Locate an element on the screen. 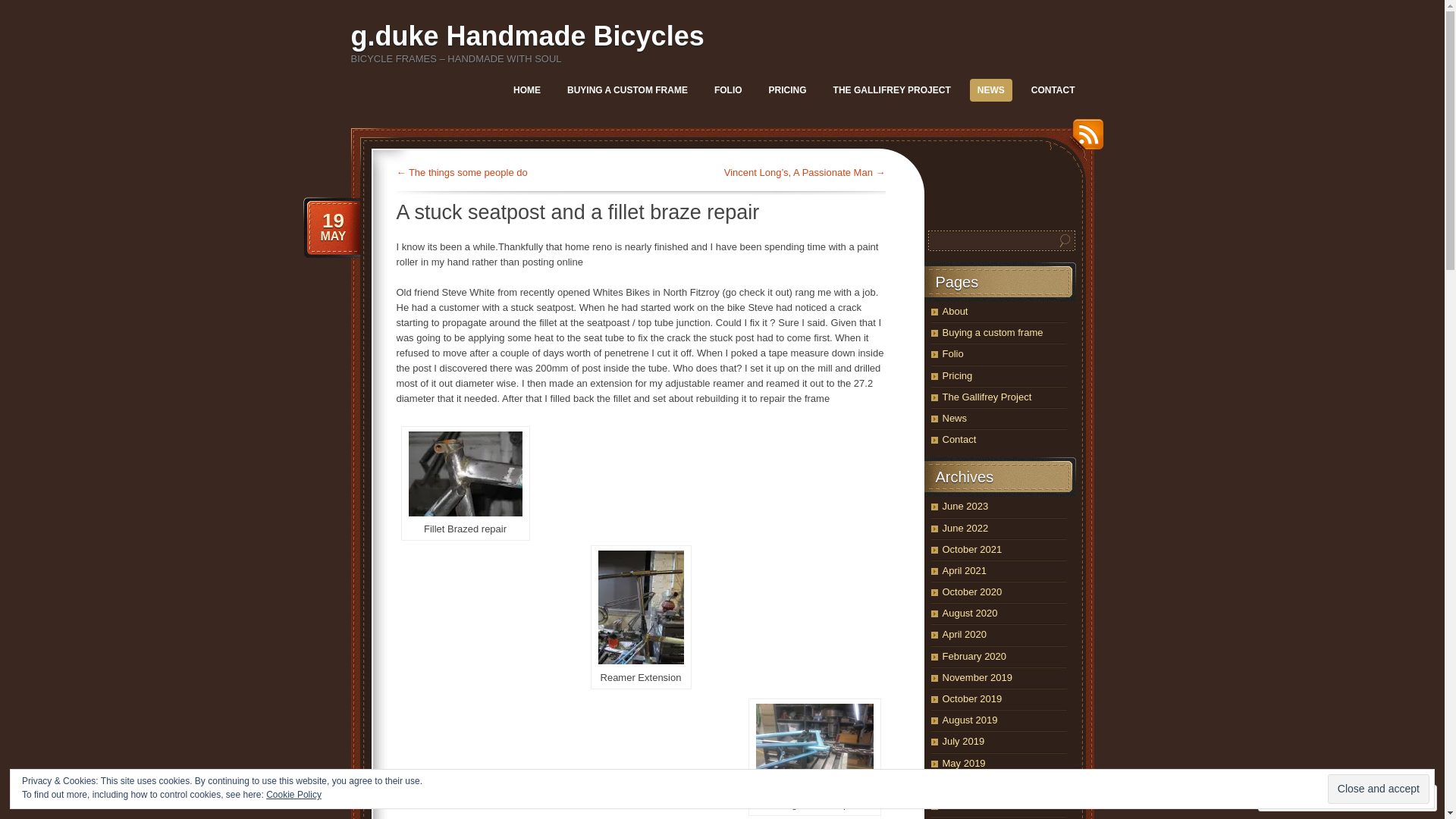  'Cookie Policy' is located at coordinates (293, 794).